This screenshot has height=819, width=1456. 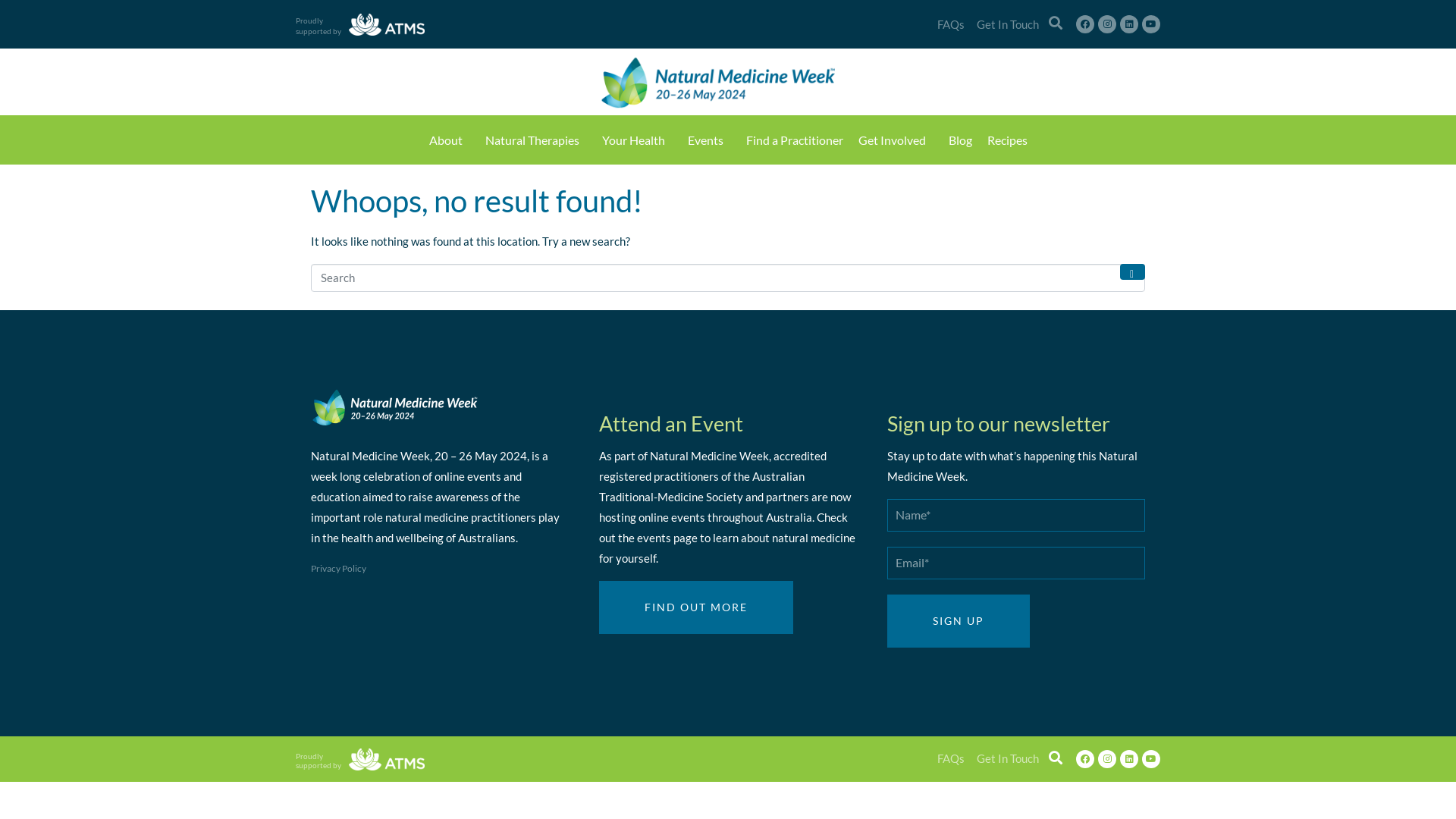 What do you see at coordinates (309, 568) in the screenshot?
I see `'Privacy Policy'` at bounding box center [309, 568].